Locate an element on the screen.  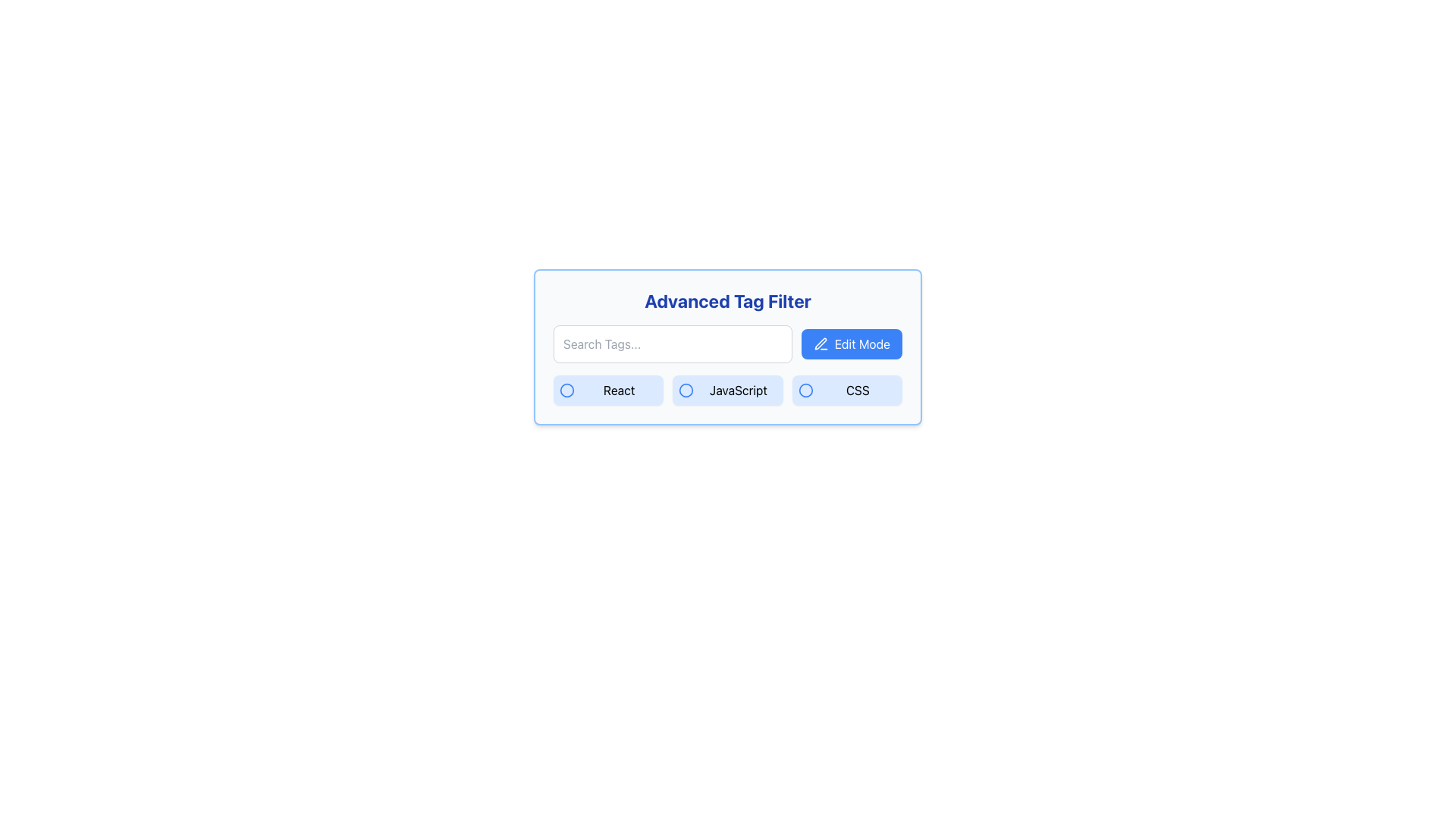
the 'JavaScript' icon in the tag filter interface, which is located between the 'React' and 'CSS' buttons is located at coordinates (686, 390).